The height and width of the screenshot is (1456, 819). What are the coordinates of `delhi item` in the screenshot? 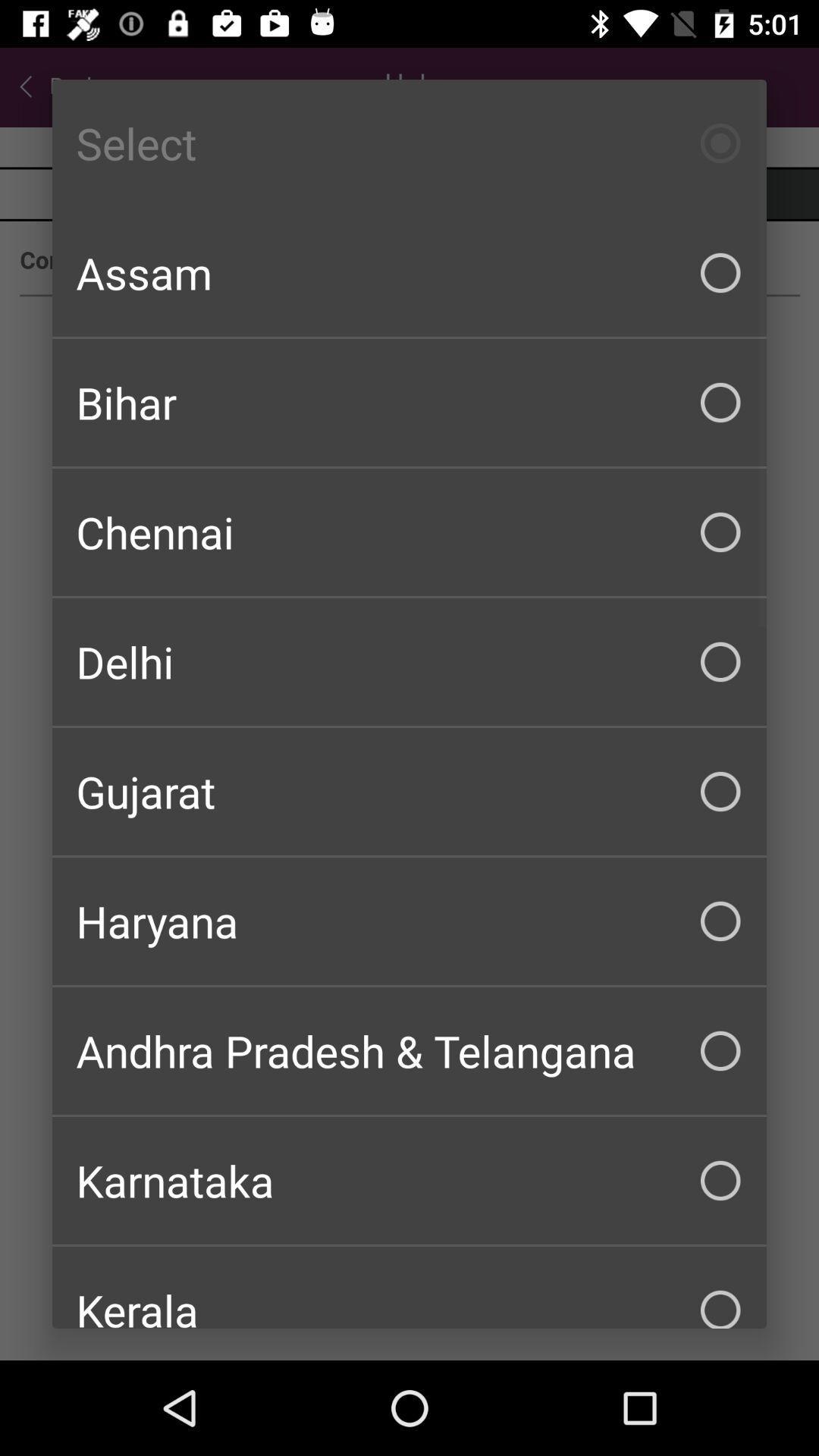 It's located at (409, 662).